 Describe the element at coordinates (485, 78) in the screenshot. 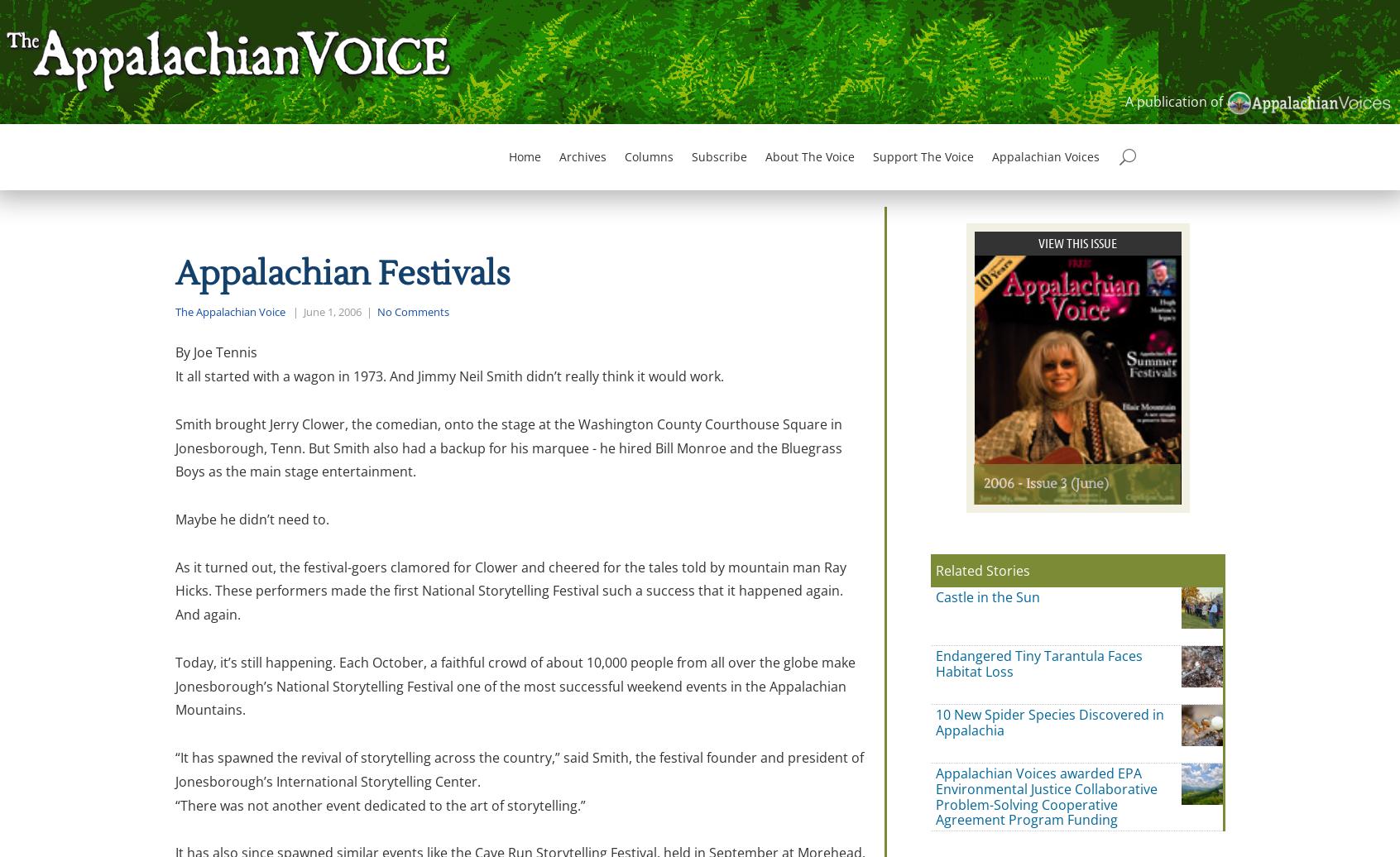

I see `'“At our Maple Festival, we had bad weather. We had snow both days,” said Greer, who helps oversee Whitetop’s festivals. “Our attendance kind of goes with the weather.”'` at that location.